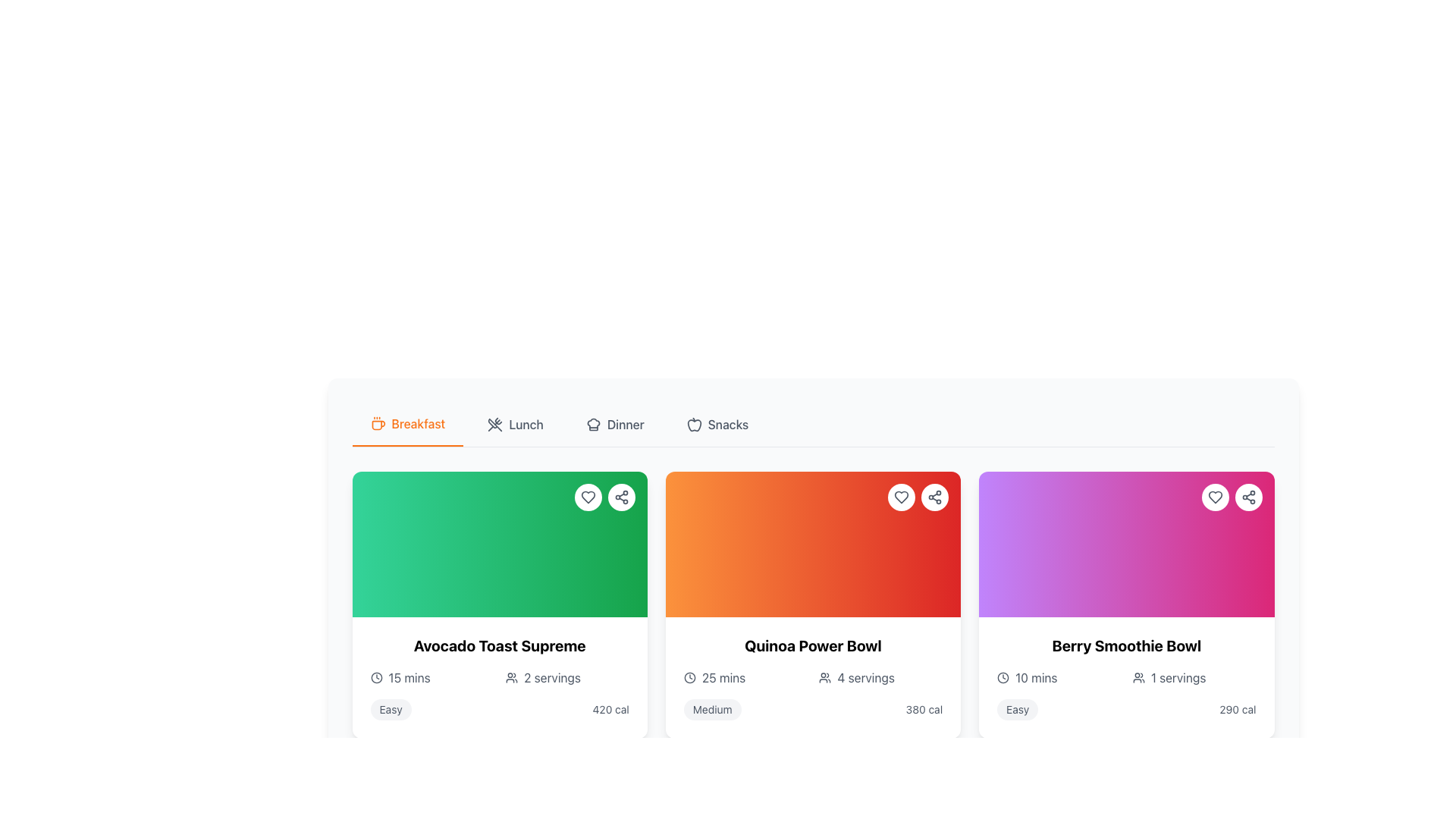  Describe the element at coordinates (376, 677) in the screenshot. I see `the small, circular clock icon located to the left of the '15 mins' text in the green card titled 'Avocado Toast Supreme.'` at that location.